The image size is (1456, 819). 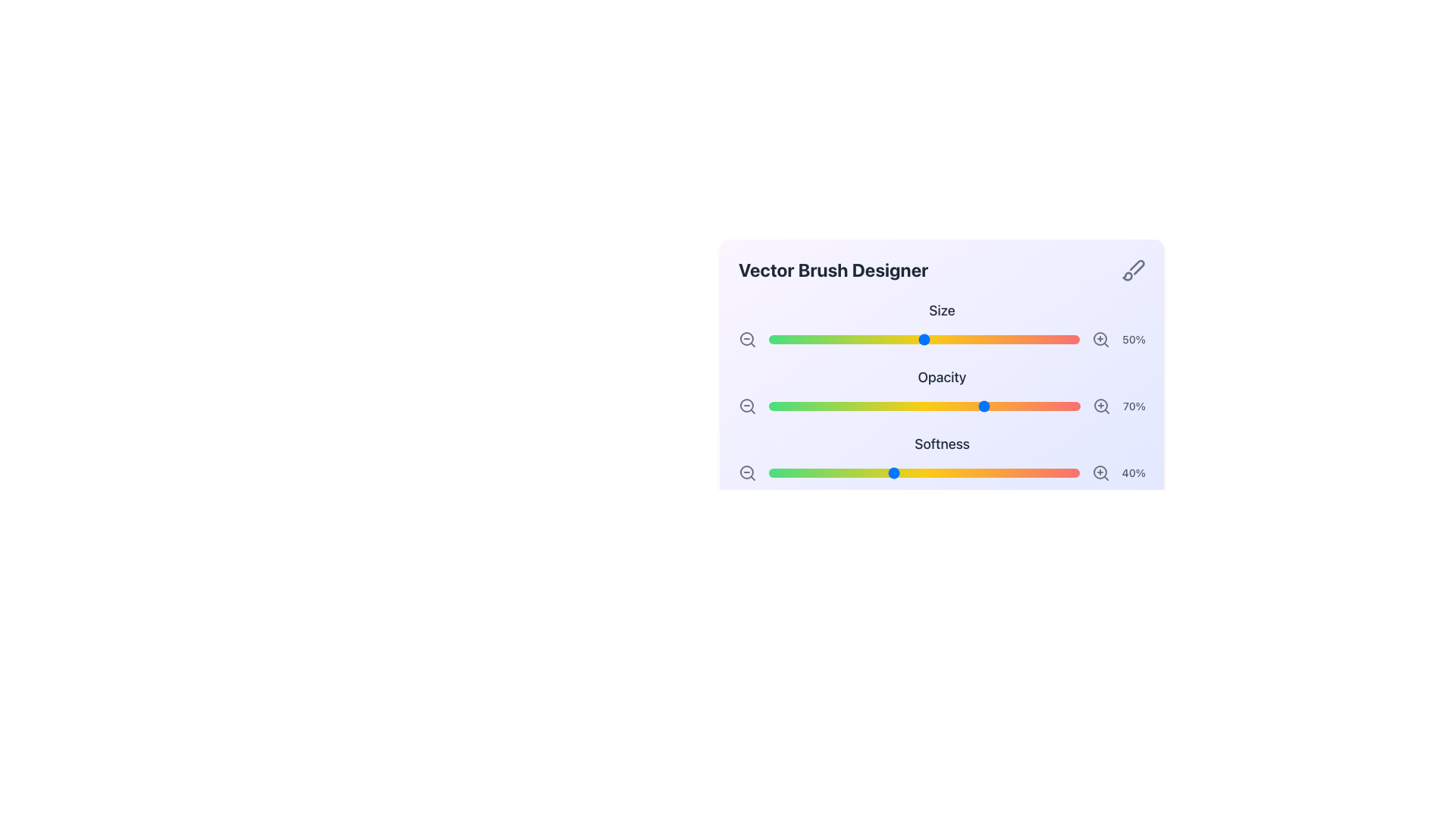 I want to click on the zoom-out button located on the leftmost side of the row containing the '40%' label and the softness adjustment slider, so click(x=747, y=472).